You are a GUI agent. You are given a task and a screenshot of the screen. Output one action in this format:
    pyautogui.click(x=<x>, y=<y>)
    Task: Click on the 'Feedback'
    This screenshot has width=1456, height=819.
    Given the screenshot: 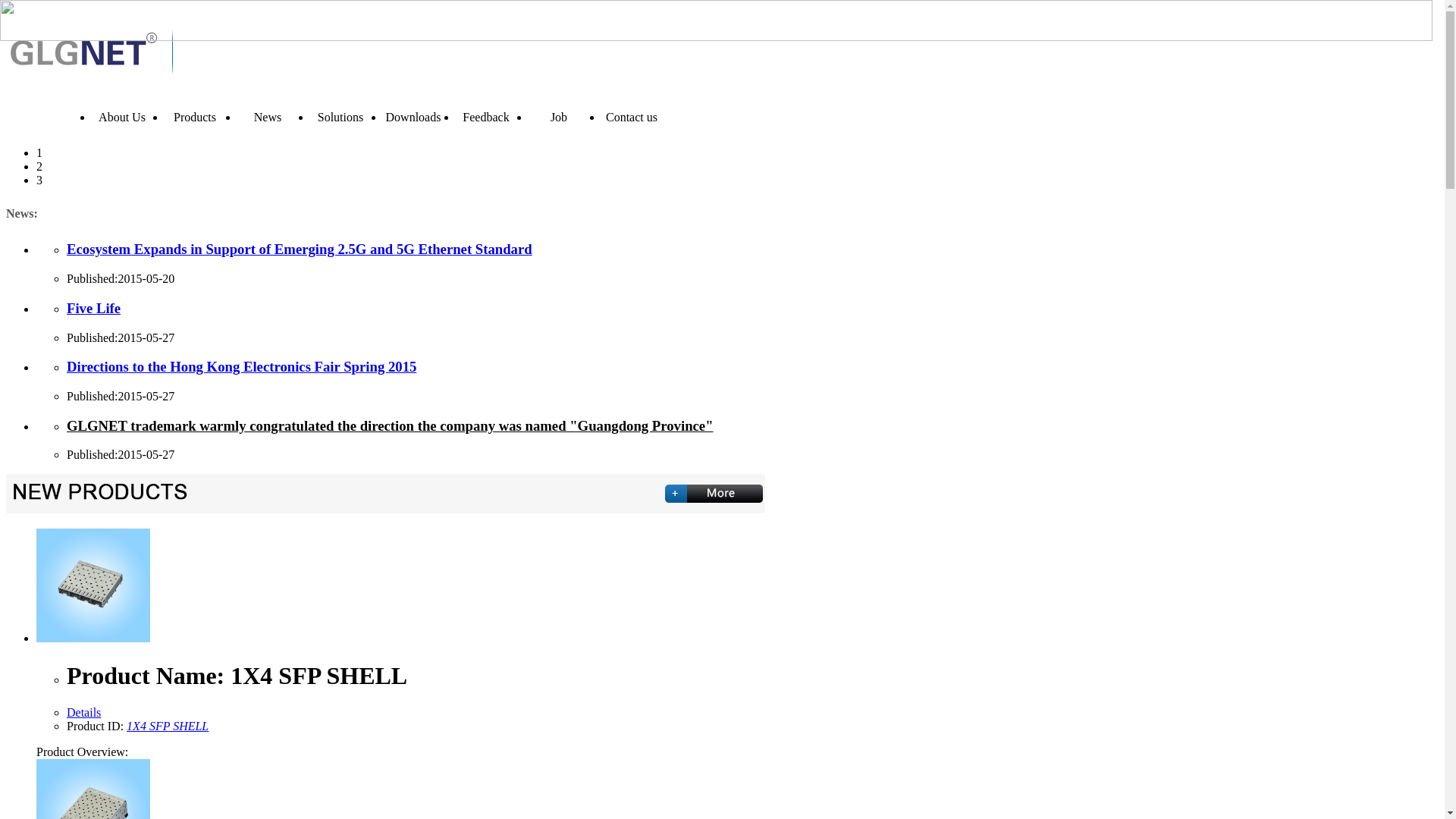 What is the action you would take?
    pyautogui.click(x=442, y=116)
    